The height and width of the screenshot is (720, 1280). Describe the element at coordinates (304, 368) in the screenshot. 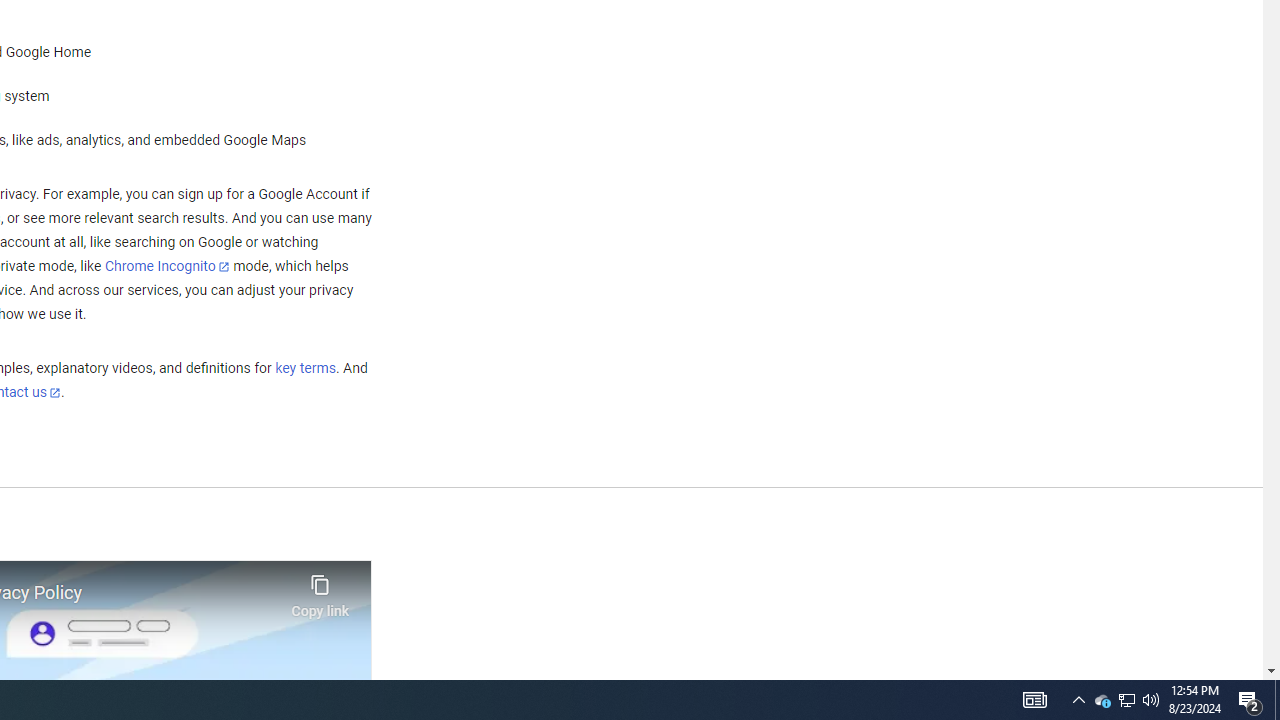

I see `'key terms'` at that location.